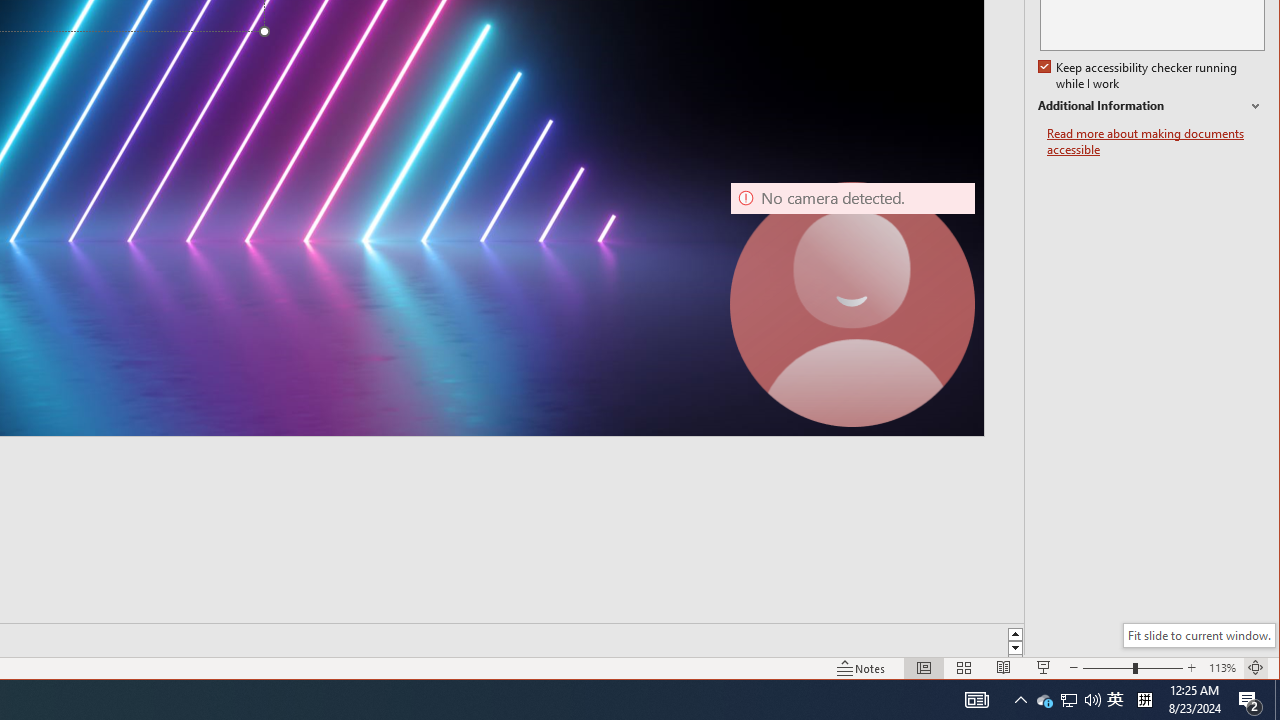 The height and width of the screenshot is (720, 1280). I want to click on 'Read more about making documents accessible', so click(1155, 141).